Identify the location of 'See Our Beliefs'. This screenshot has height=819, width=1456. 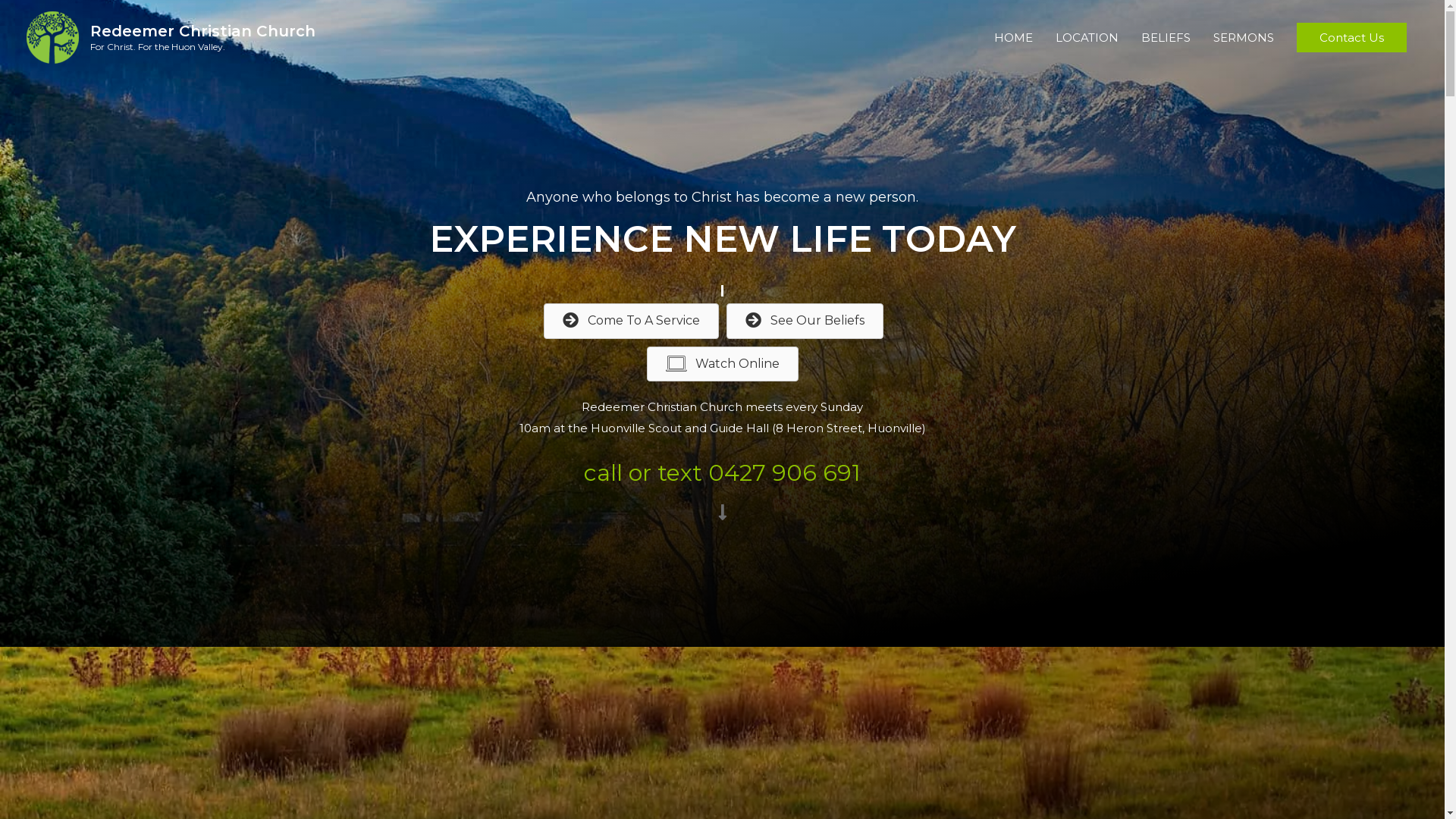
(726, 320).